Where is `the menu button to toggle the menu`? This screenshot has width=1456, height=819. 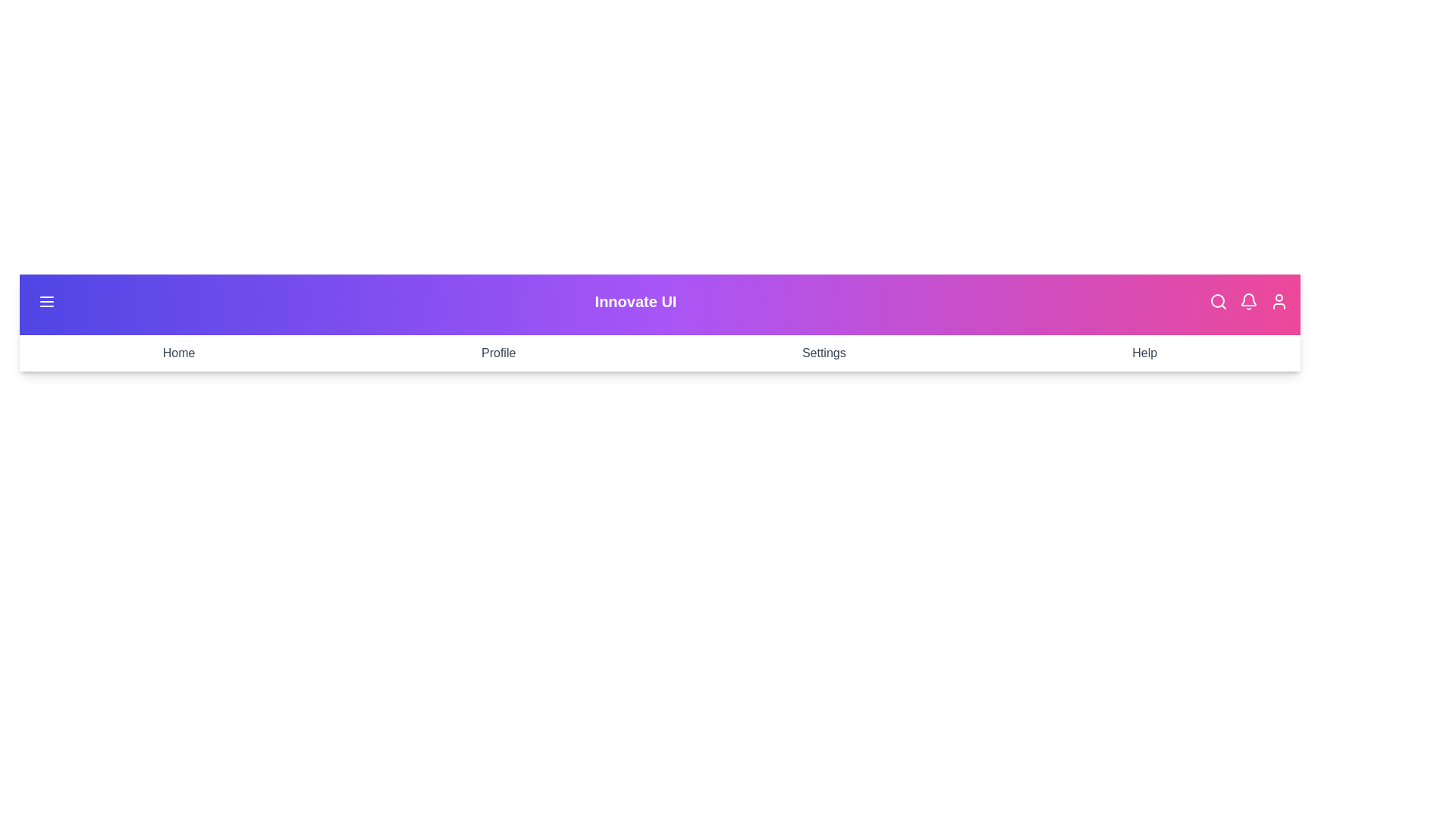 the menu button to toggle the menu is located at coordinates (47, 301).